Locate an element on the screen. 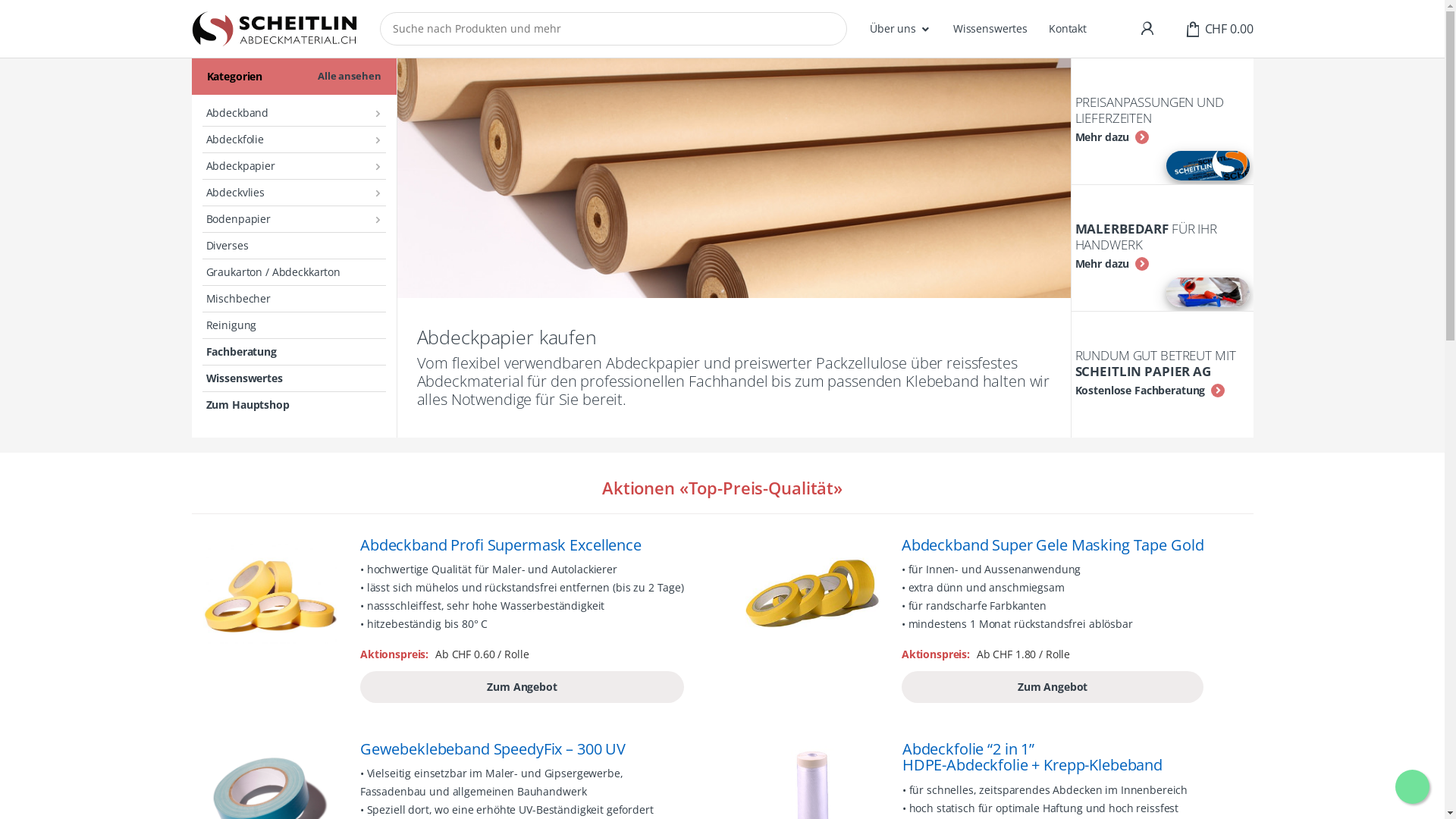  'Kontakt' is located at coordinates (1047, 29).